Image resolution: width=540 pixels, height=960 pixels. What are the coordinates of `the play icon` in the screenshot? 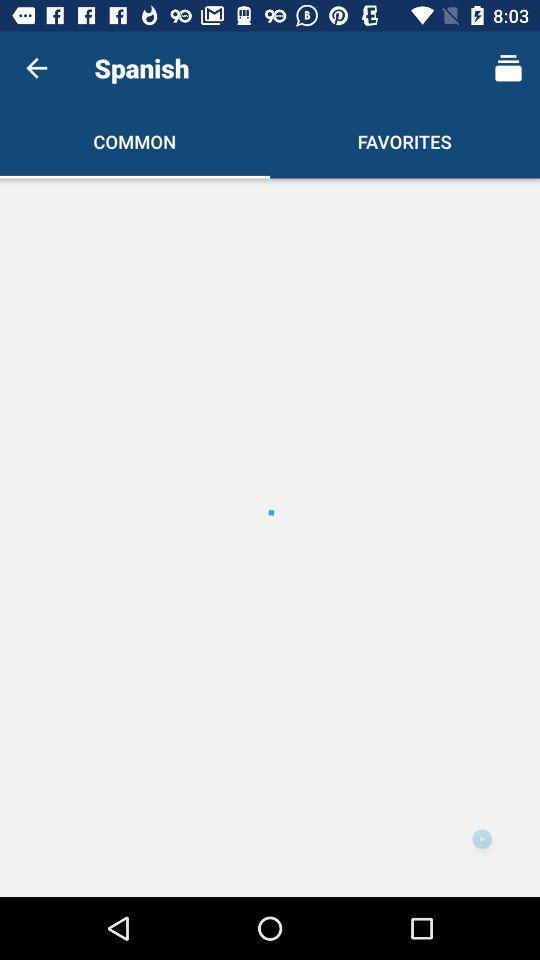 It's located at (481, 839).